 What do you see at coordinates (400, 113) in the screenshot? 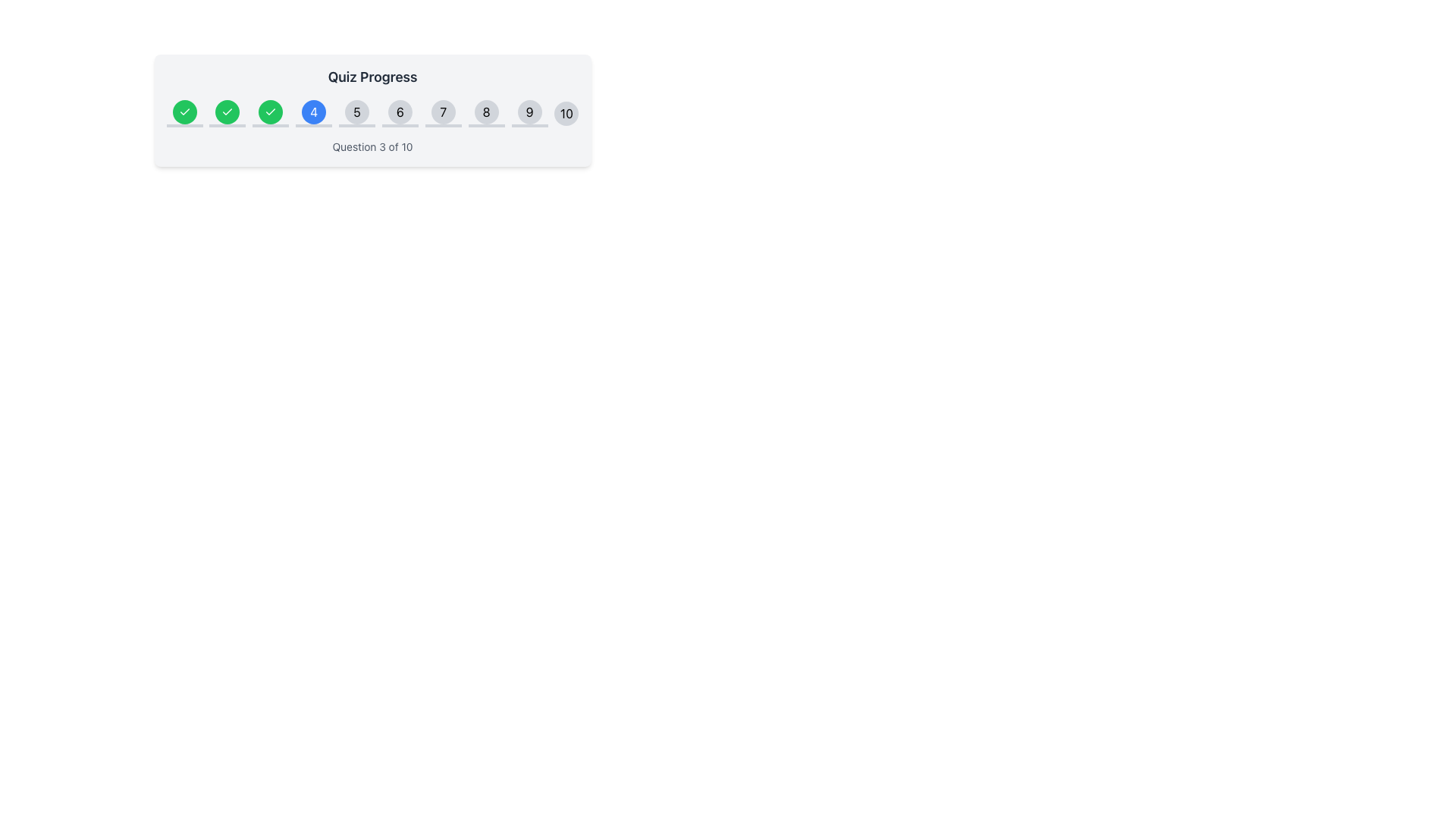
I see `the circular Step indicator button labeled '6'` at bounding box center [400, 113].